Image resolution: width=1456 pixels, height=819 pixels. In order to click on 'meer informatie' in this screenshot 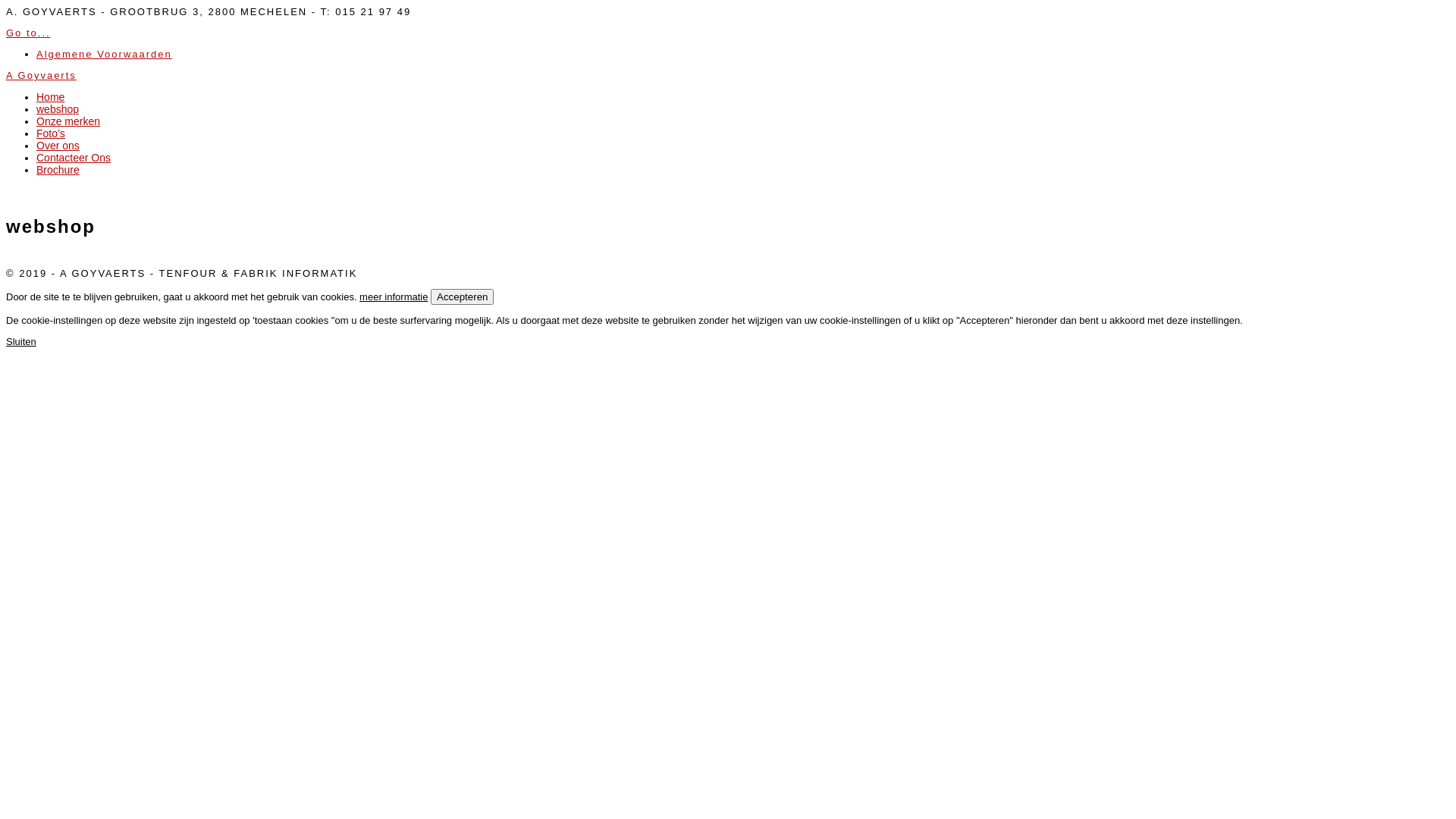, I will do `click(393, 297)`.